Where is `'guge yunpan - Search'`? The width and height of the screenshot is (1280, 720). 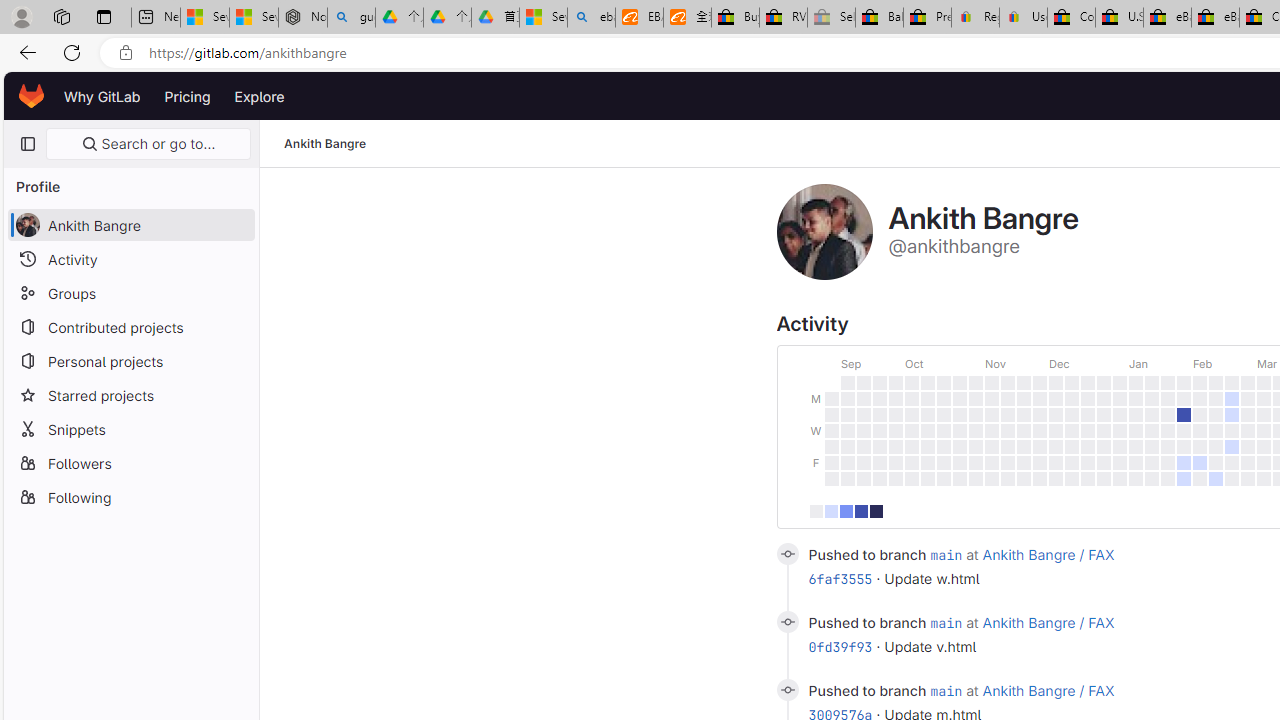 'guge yunpan - Search' is located at coordinates (351, 17).